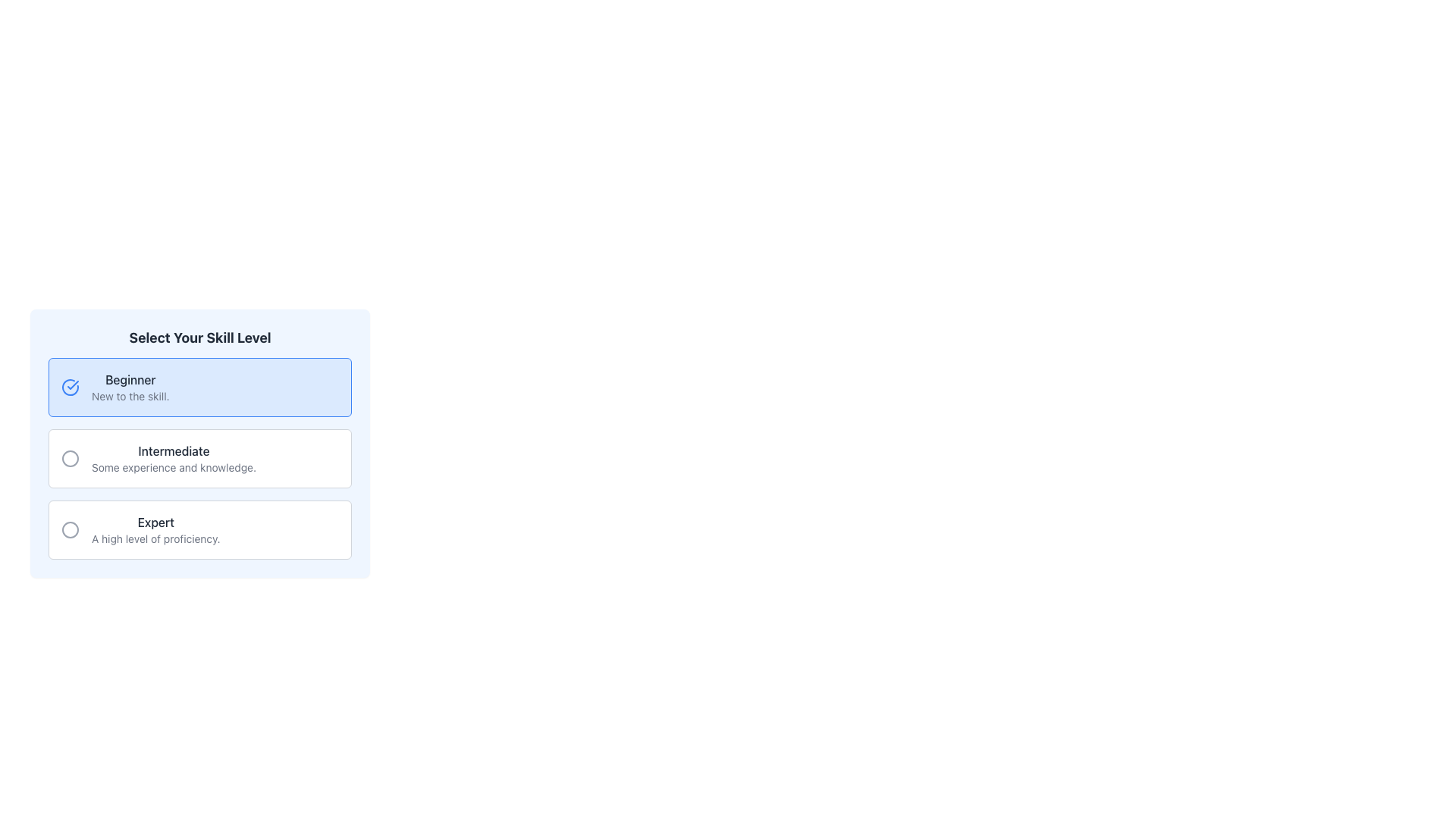 This screenshot has width=1456, height=819. What do you see at coordinates (72, 384) in the screenshot?
I see `the visual presence of the blue checkmark segment of the SVG graphic associated with the 'Beginner' skill level selection option, which is located under the 'Select Your Skill Level' section` at bounding box center [72, 384].